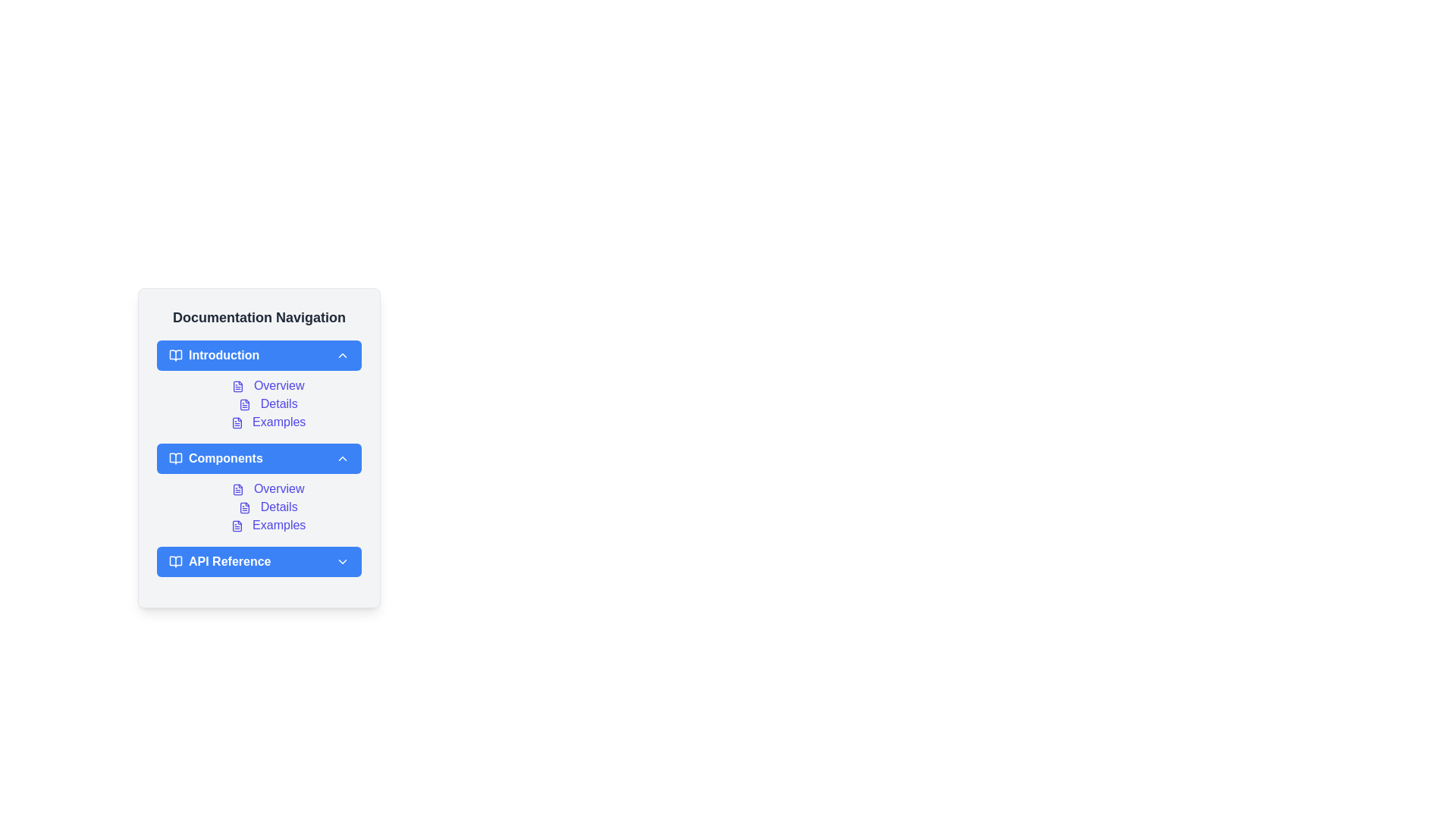 This screenshot has width=1456, height=819. Describe the element at coordinates (259, 561) in the screenshot. I see `the 'API Reference' collapsible section header in the Documentation Navigation panel` at that location.